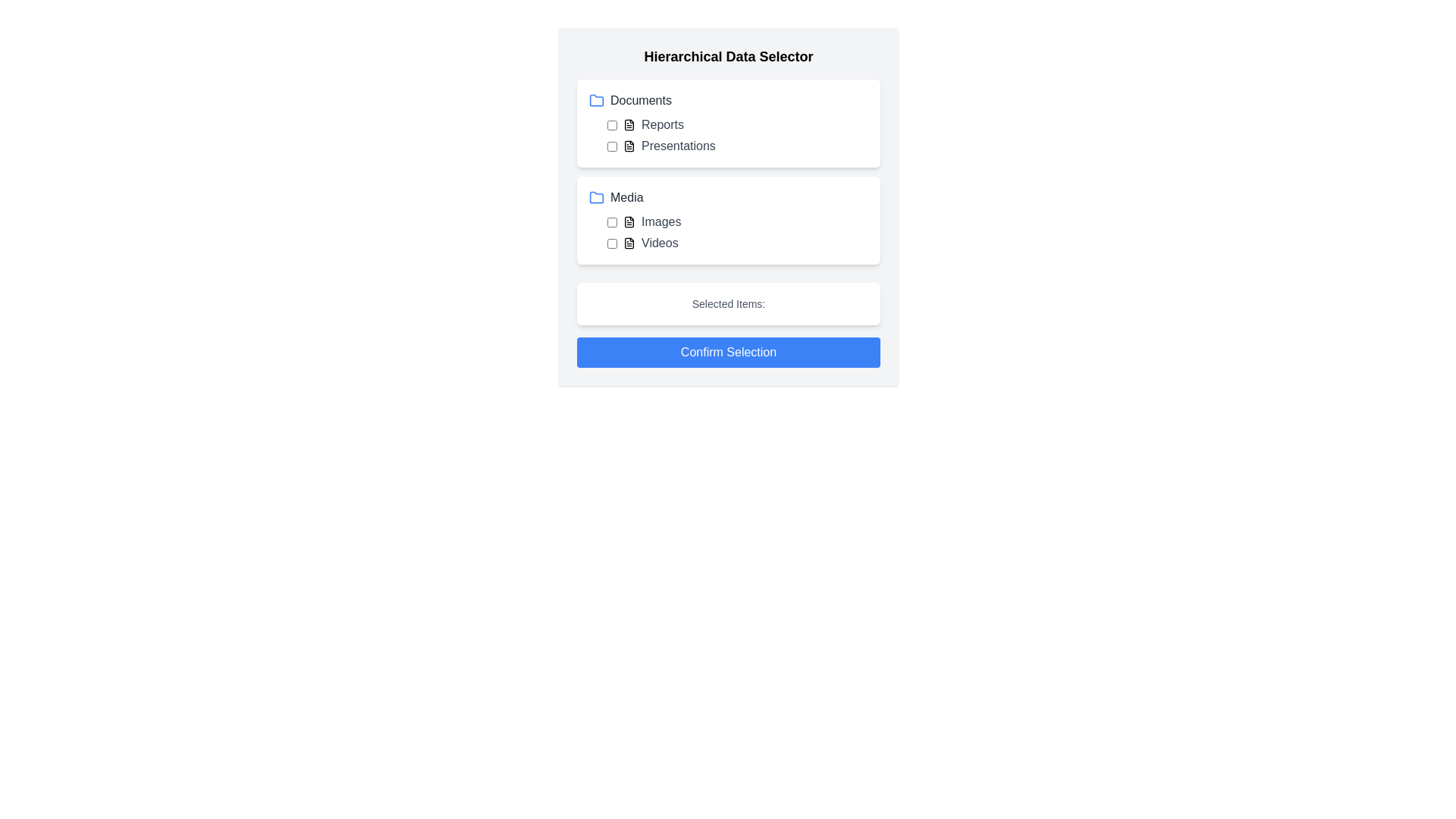 This screenshot has width=1456, height=819. What do you see at coordinates (629, 242) in the screenshot?
I see `the document icon located to the left of the label 'Videos' in the Media folder section, which is styled in a monochromatic scheme and is positioned next to a checkbox` at bounding box center [629, 242].